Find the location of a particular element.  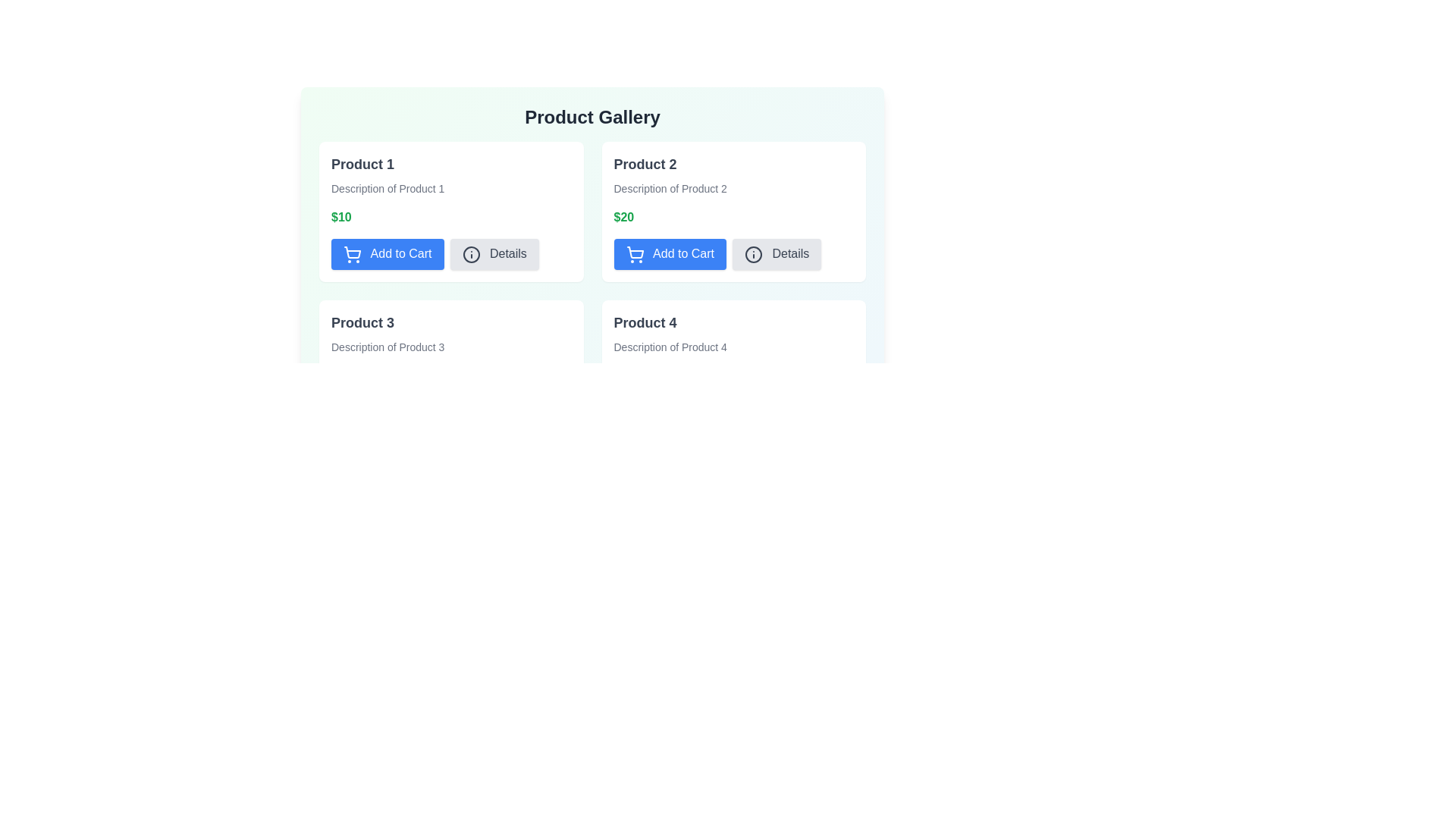

the static text label displaying the title of 'Product 3', which is located at the top section of its card in the bottom-left segment of the grid layout is located at coordinates (362, 322).